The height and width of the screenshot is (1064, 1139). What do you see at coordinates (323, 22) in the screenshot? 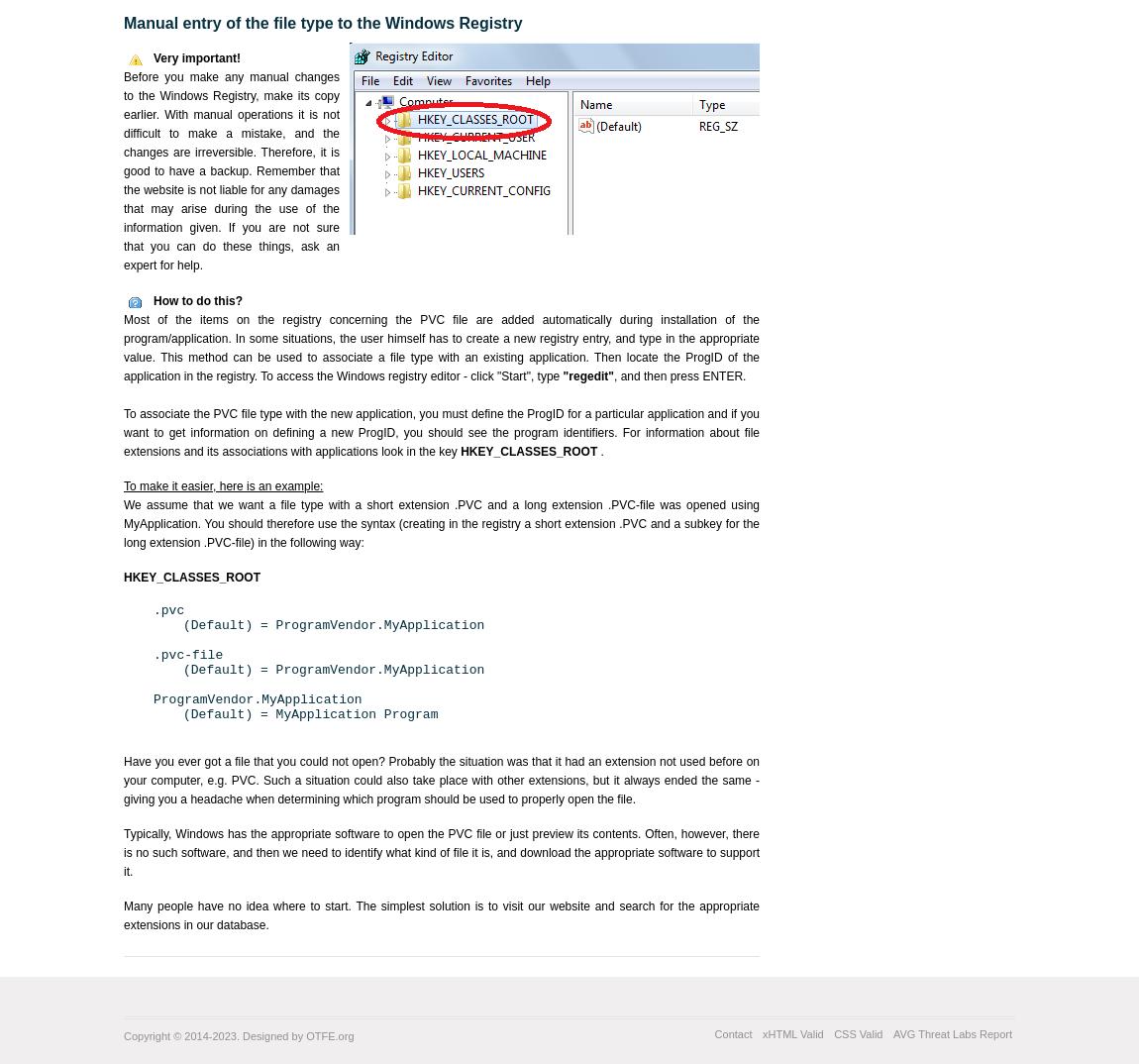
I see `'Manual entry of the file type to the Windows Registry'` at bounding box center [323, 22].